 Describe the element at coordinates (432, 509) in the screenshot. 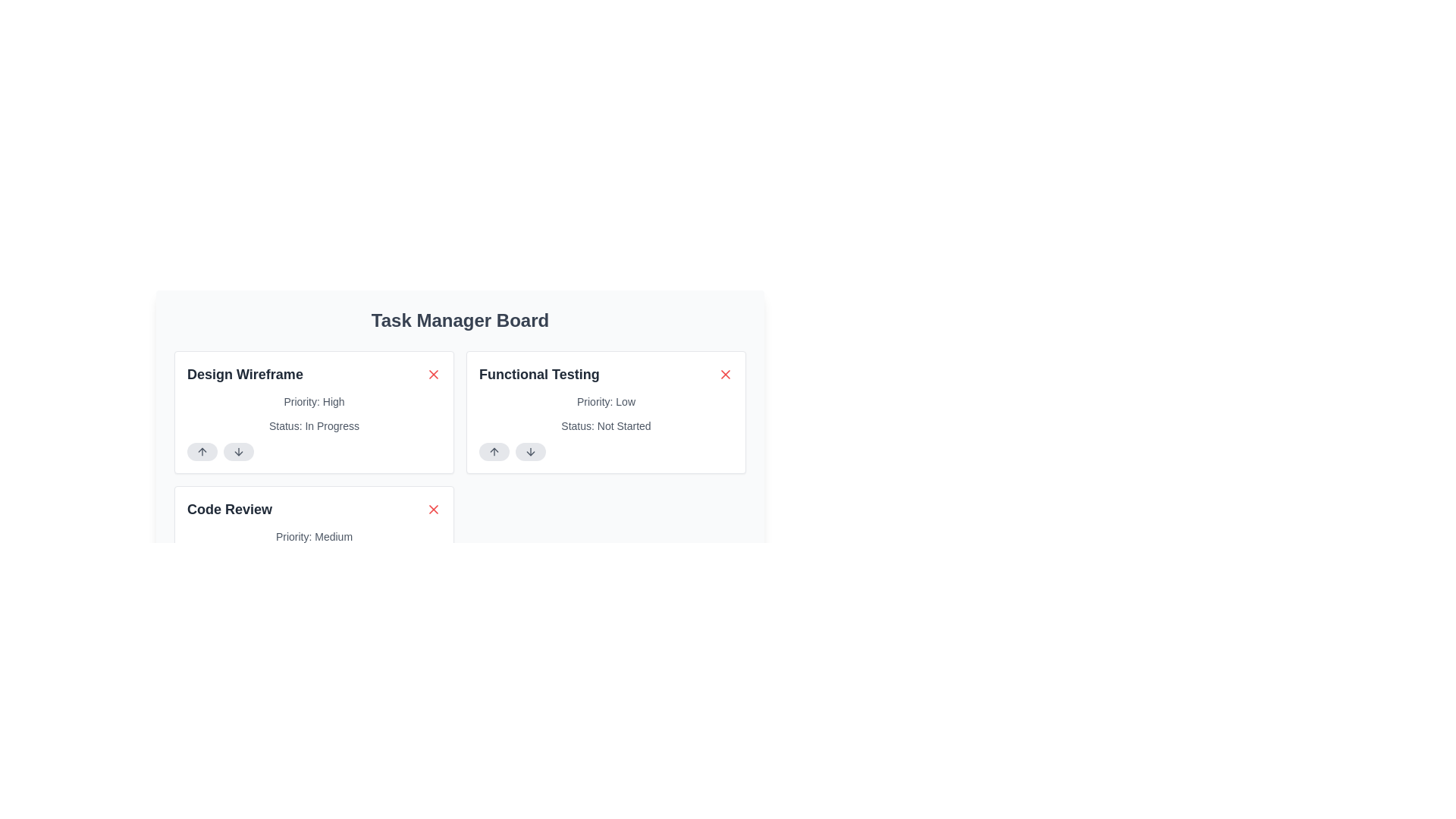

I see `the red 'X' icon in the top-right corner of the 'Code Review' section` at that location.